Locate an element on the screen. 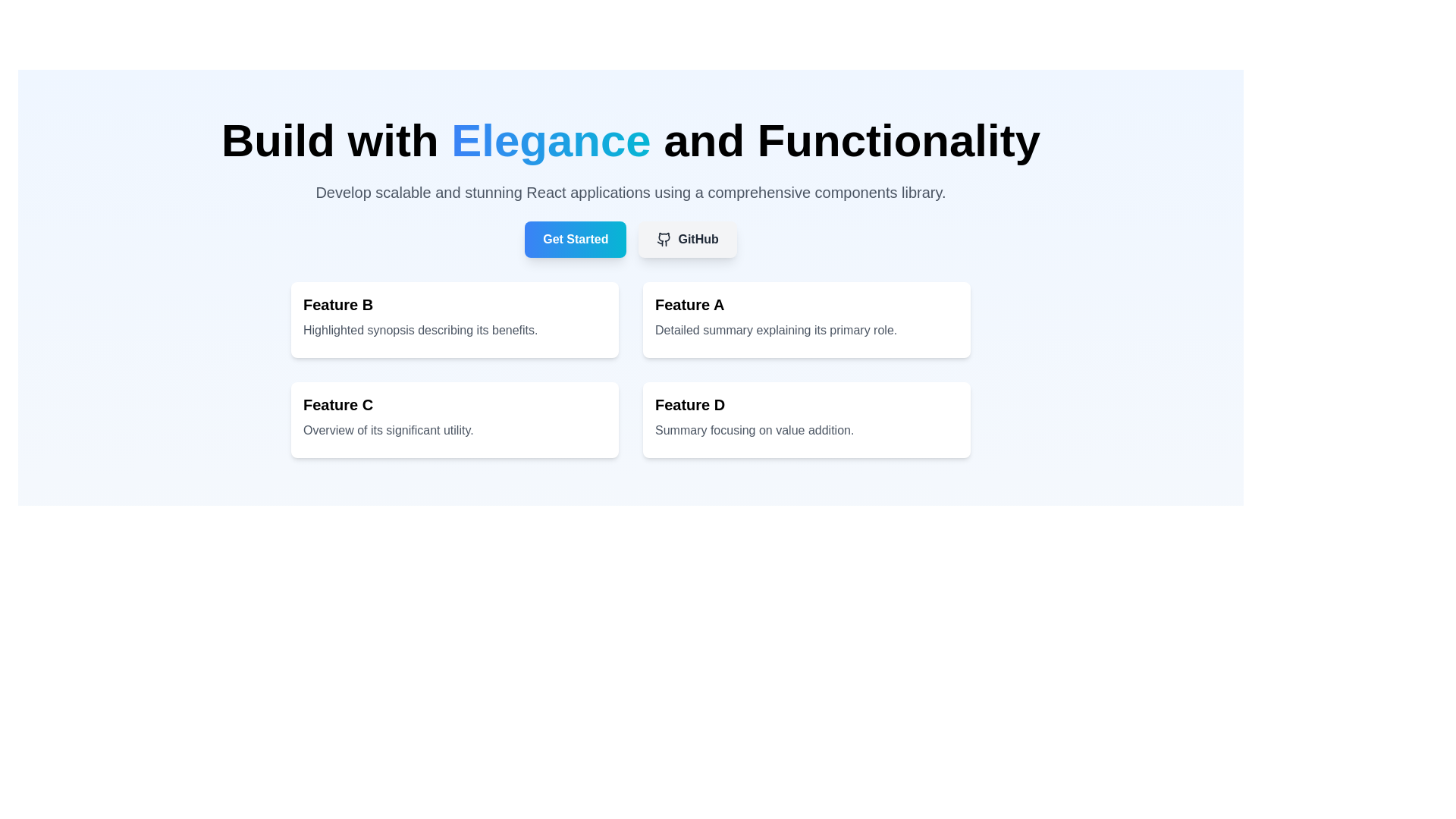 The height and width of the screenshot is (819, 1456). static text content positioned below the main header 'Build with Elegance and Functionality', which summarizes the functionality and benefits of the platform is located at coordinates (630, 192).